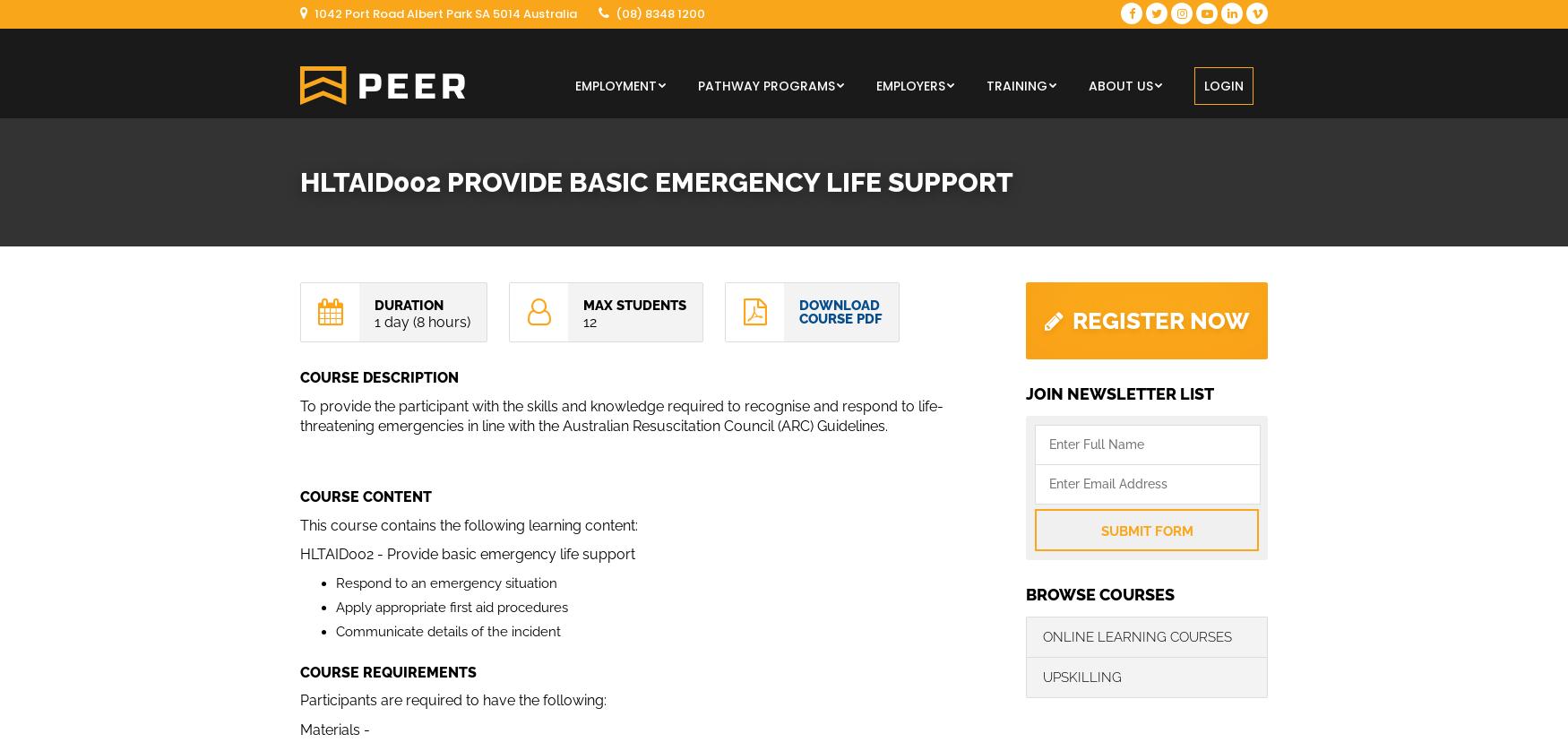  Describe the element at coordinates (1136, 635) in the screenshot. I see `'Online Learning Courses'` at that location.